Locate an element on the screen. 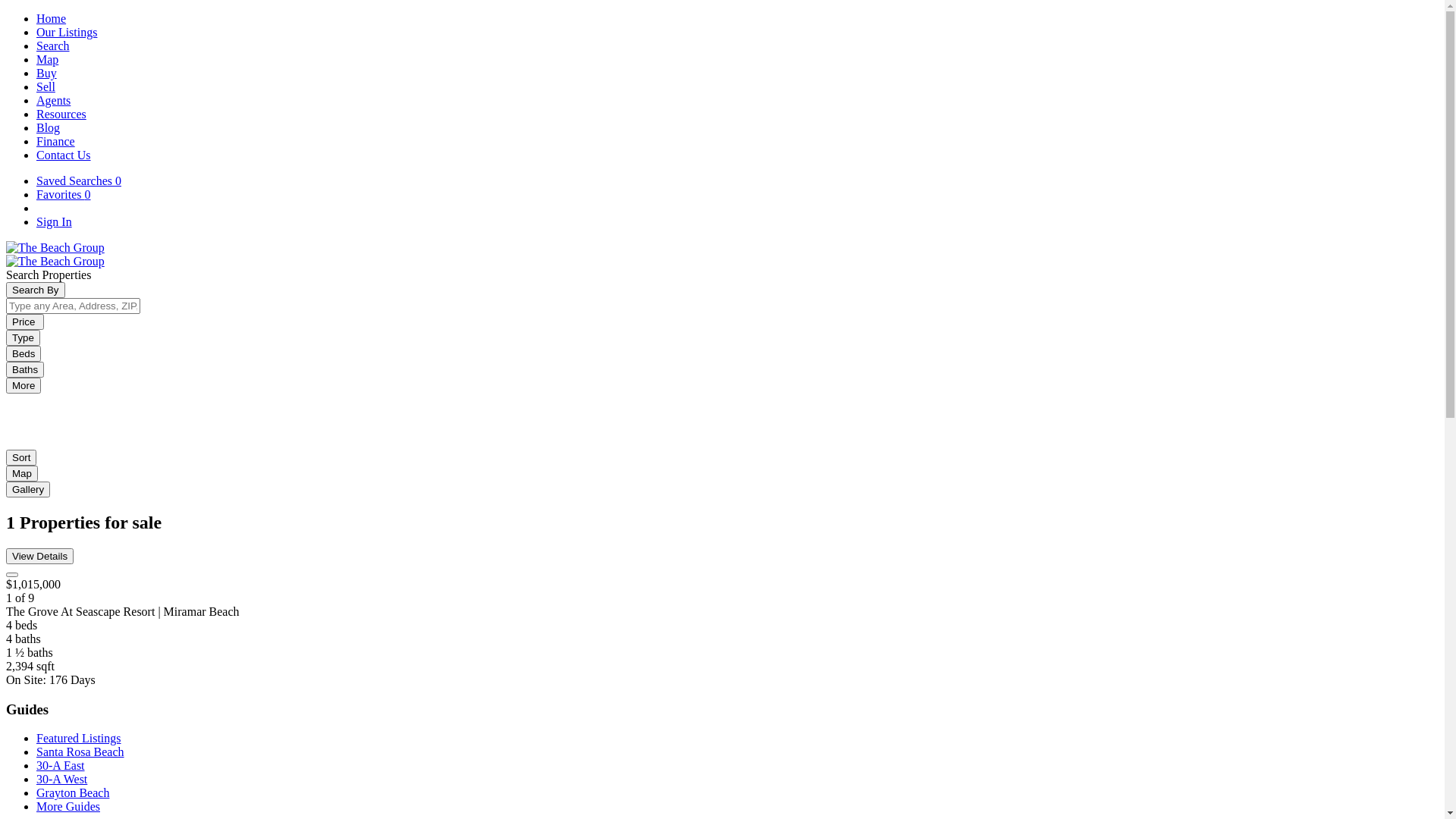 The width and height of the screenshot is (1456, 819). 'Map' is located at coordinates (47, 58).